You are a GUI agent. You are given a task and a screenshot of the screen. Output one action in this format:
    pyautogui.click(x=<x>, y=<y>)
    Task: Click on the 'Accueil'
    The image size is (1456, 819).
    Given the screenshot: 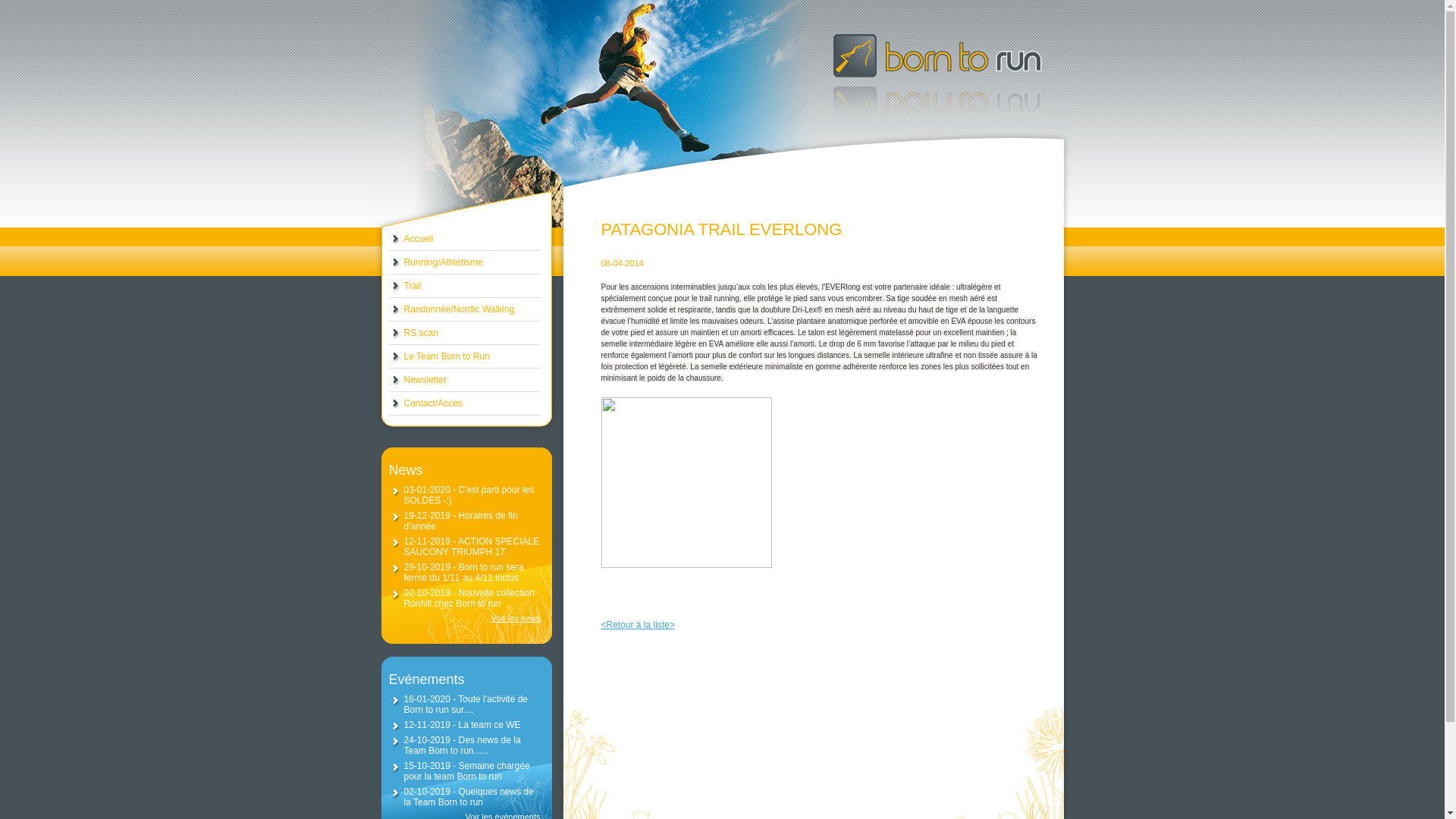 What is the action you would take?
    pyautogui.click(x=463, y=239)
    